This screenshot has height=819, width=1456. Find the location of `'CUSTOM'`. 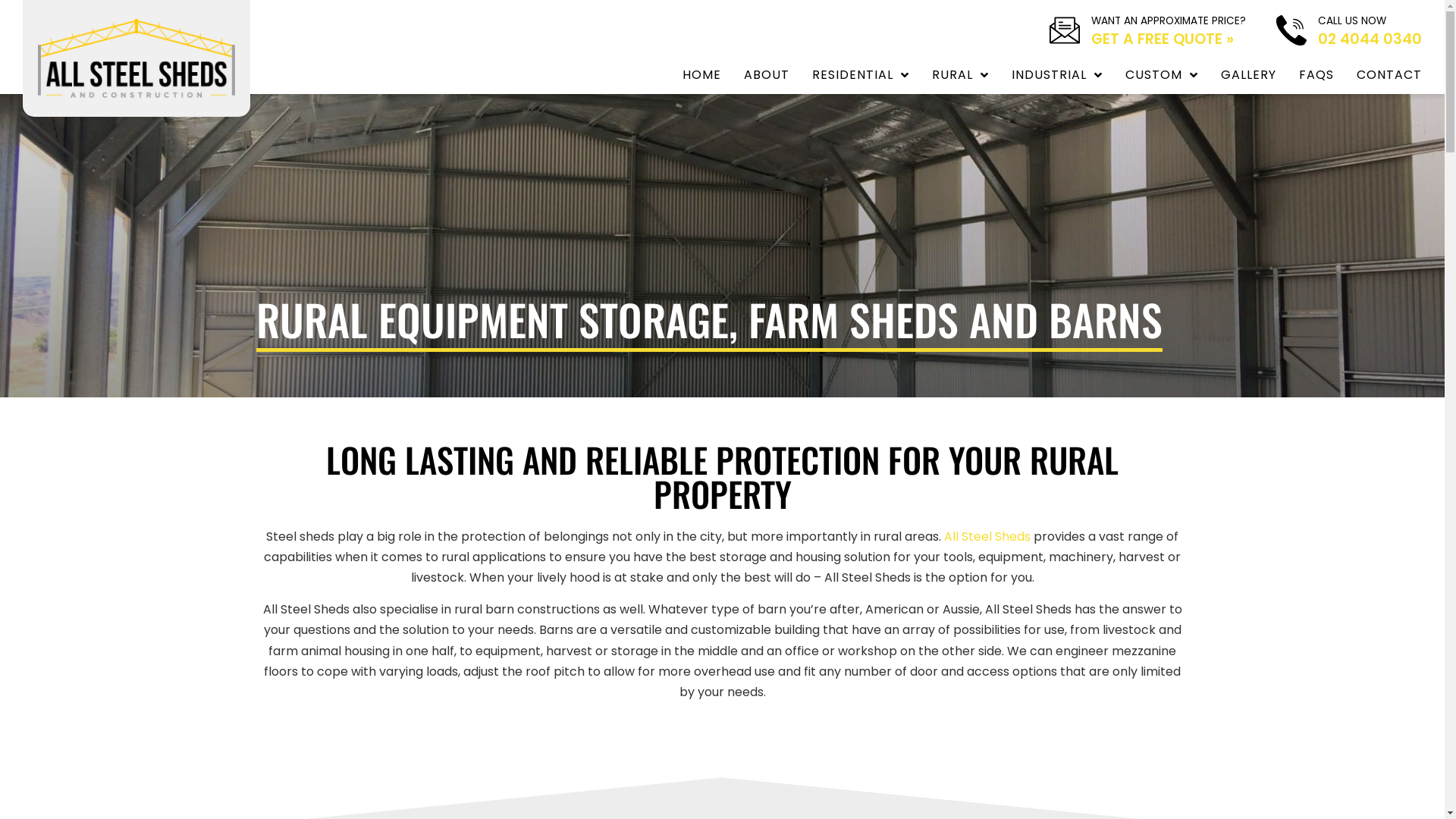

'CUSTOM' is located at coordinates (1160, 75).